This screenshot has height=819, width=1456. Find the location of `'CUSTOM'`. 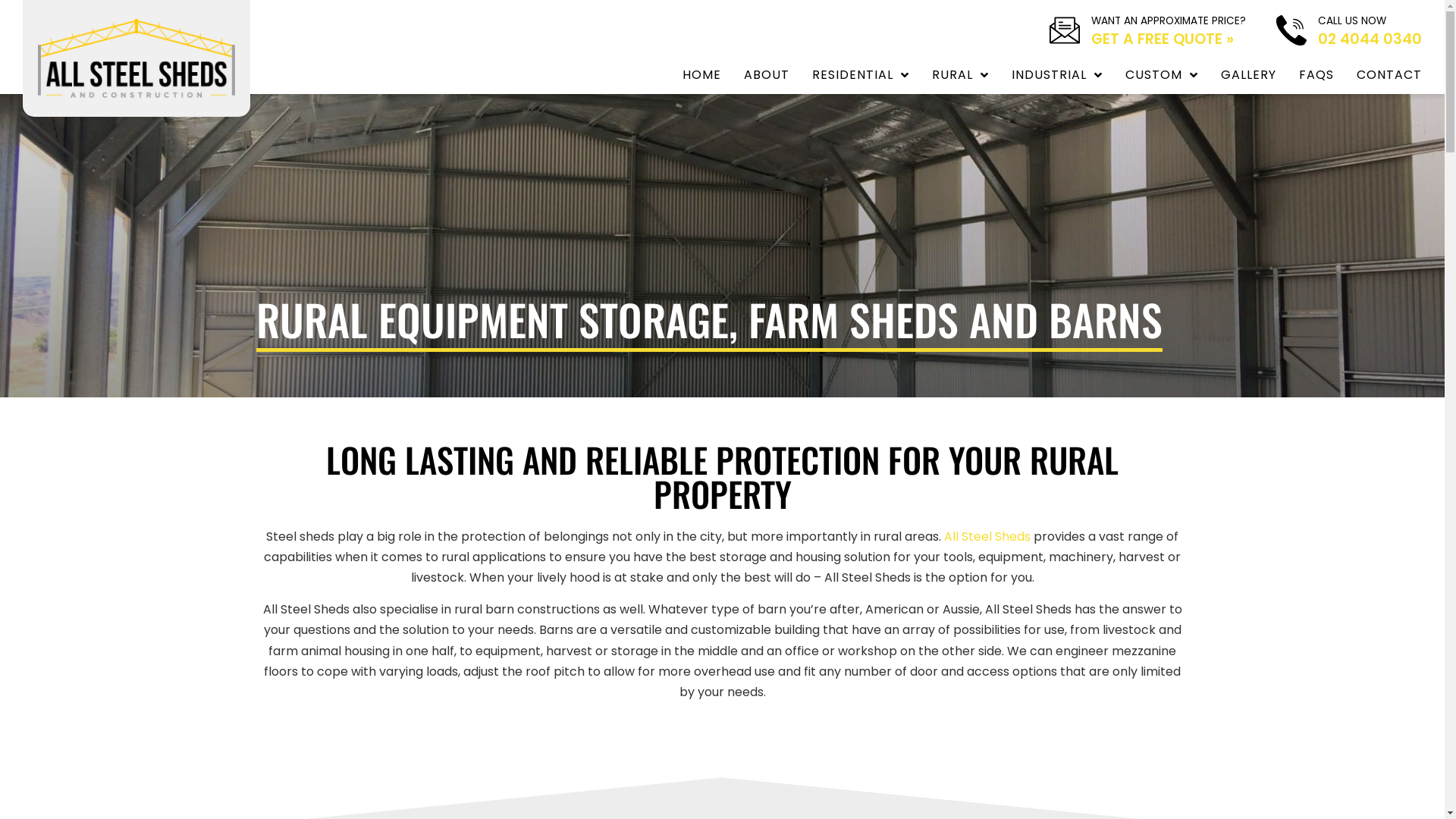

'CUSTOM' is located at coordinates (1160, 75).